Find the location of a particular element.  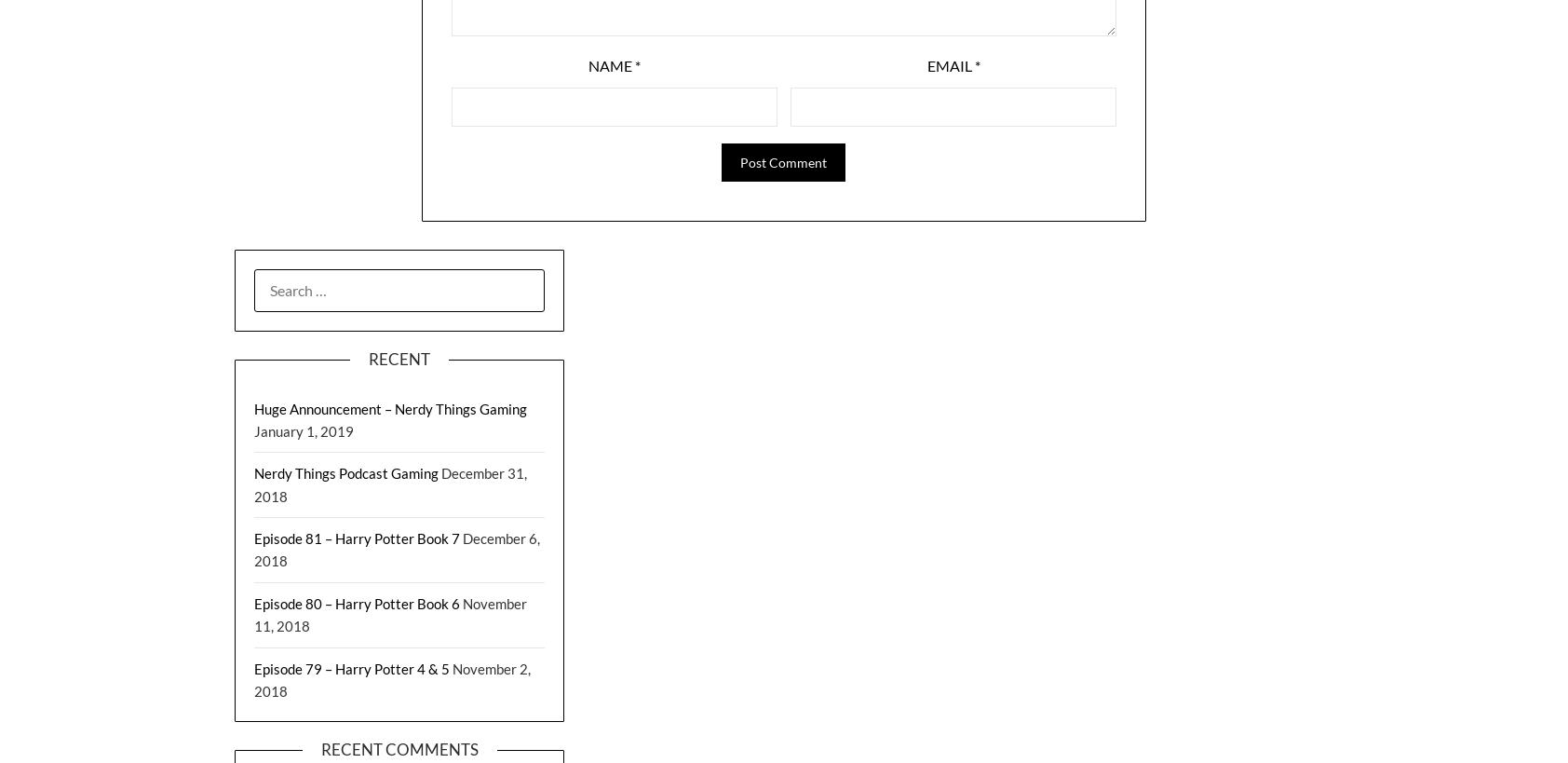

'November 11, 2018' is located at coordinates (390, 614).